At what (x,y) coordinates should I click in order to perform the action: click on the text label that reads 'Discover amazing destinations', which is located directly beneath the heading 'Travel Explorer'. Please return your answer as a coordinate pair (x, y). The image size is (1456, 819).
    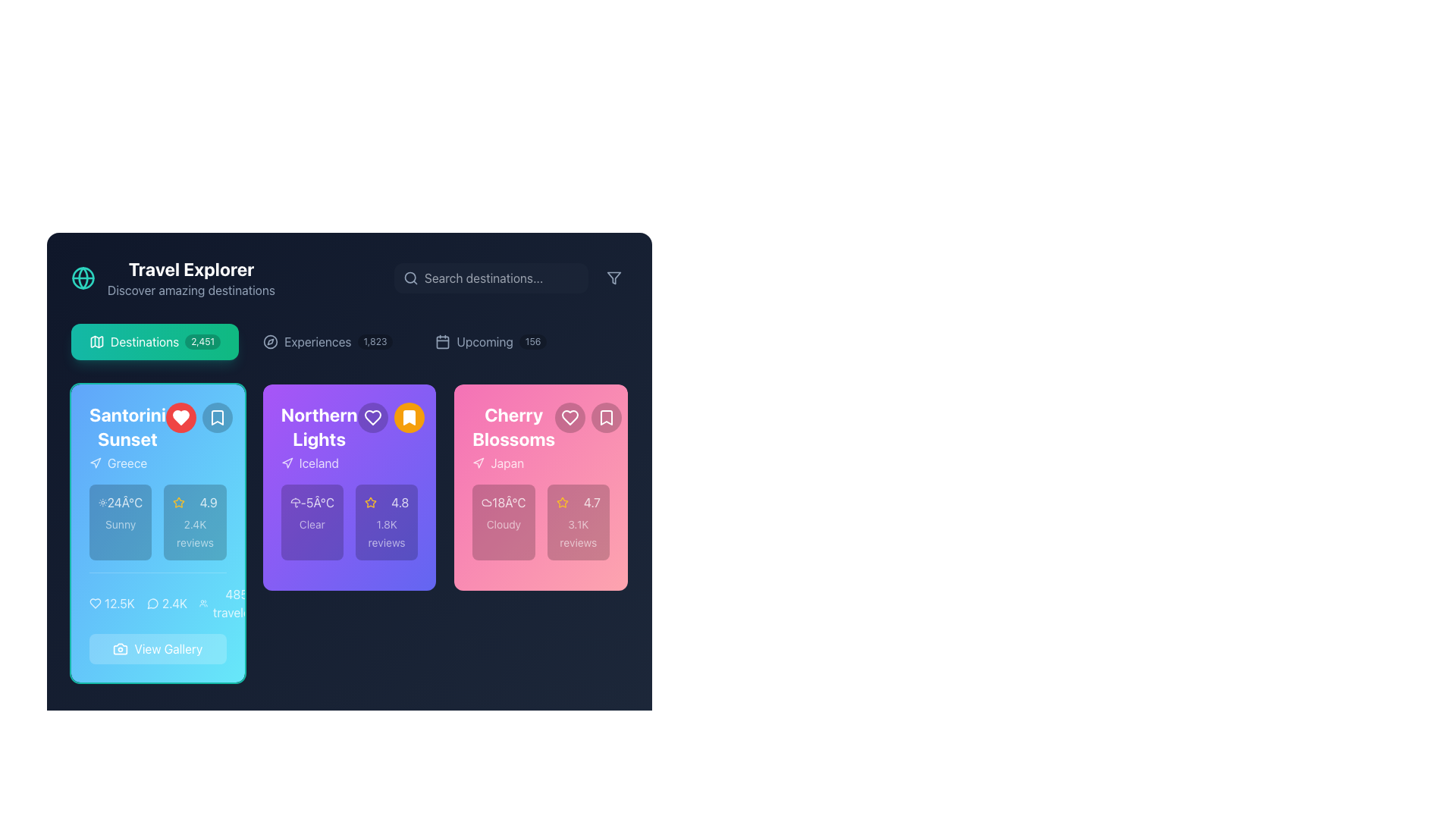
    Looking at the image, I should click on (190, 290).